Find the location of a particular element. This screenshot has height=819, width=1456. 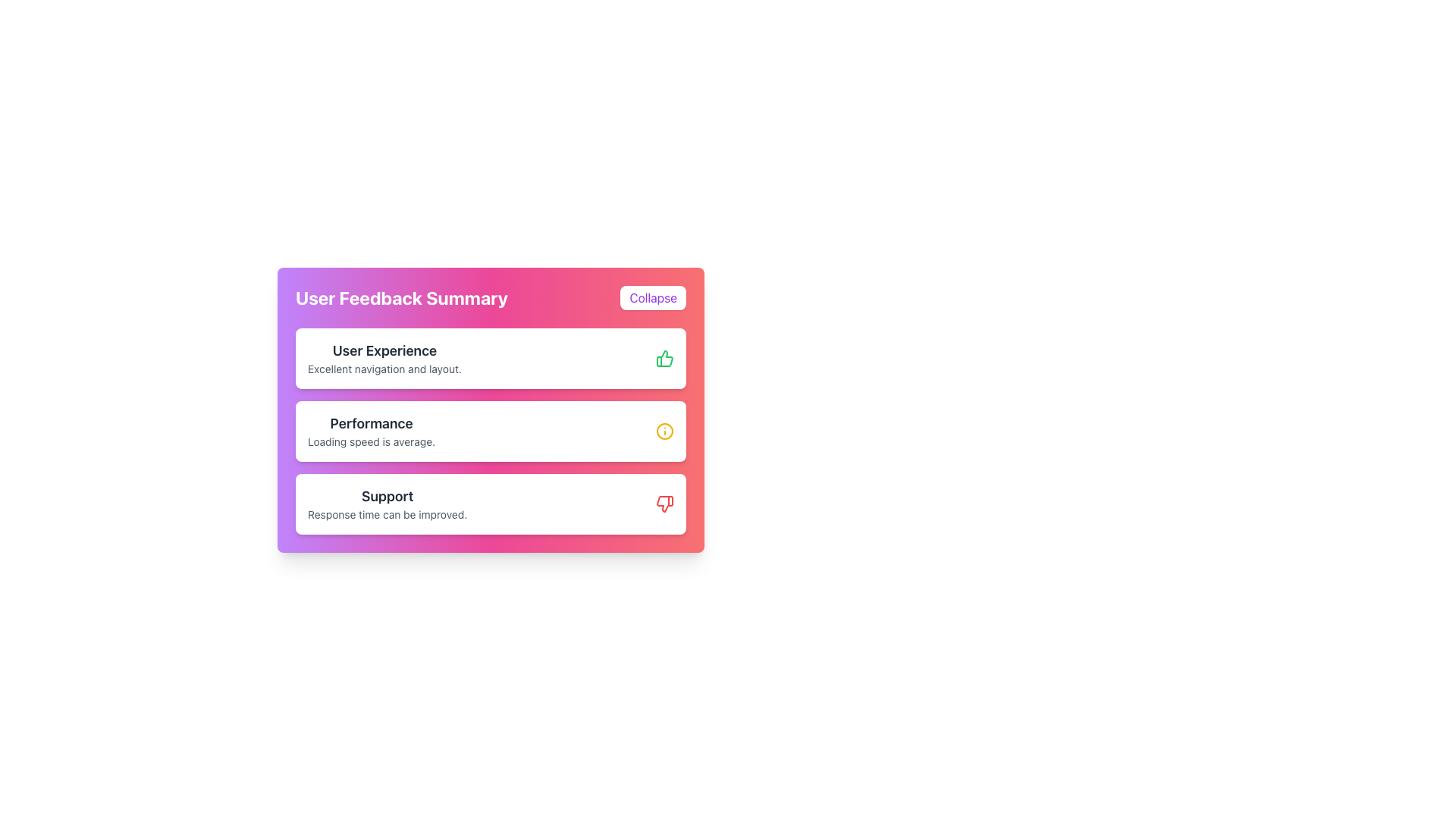

section title of the feedback section header, which includes a collapse button and is positioned at the top of the feedback card interface is located at coordinates (491, 298).